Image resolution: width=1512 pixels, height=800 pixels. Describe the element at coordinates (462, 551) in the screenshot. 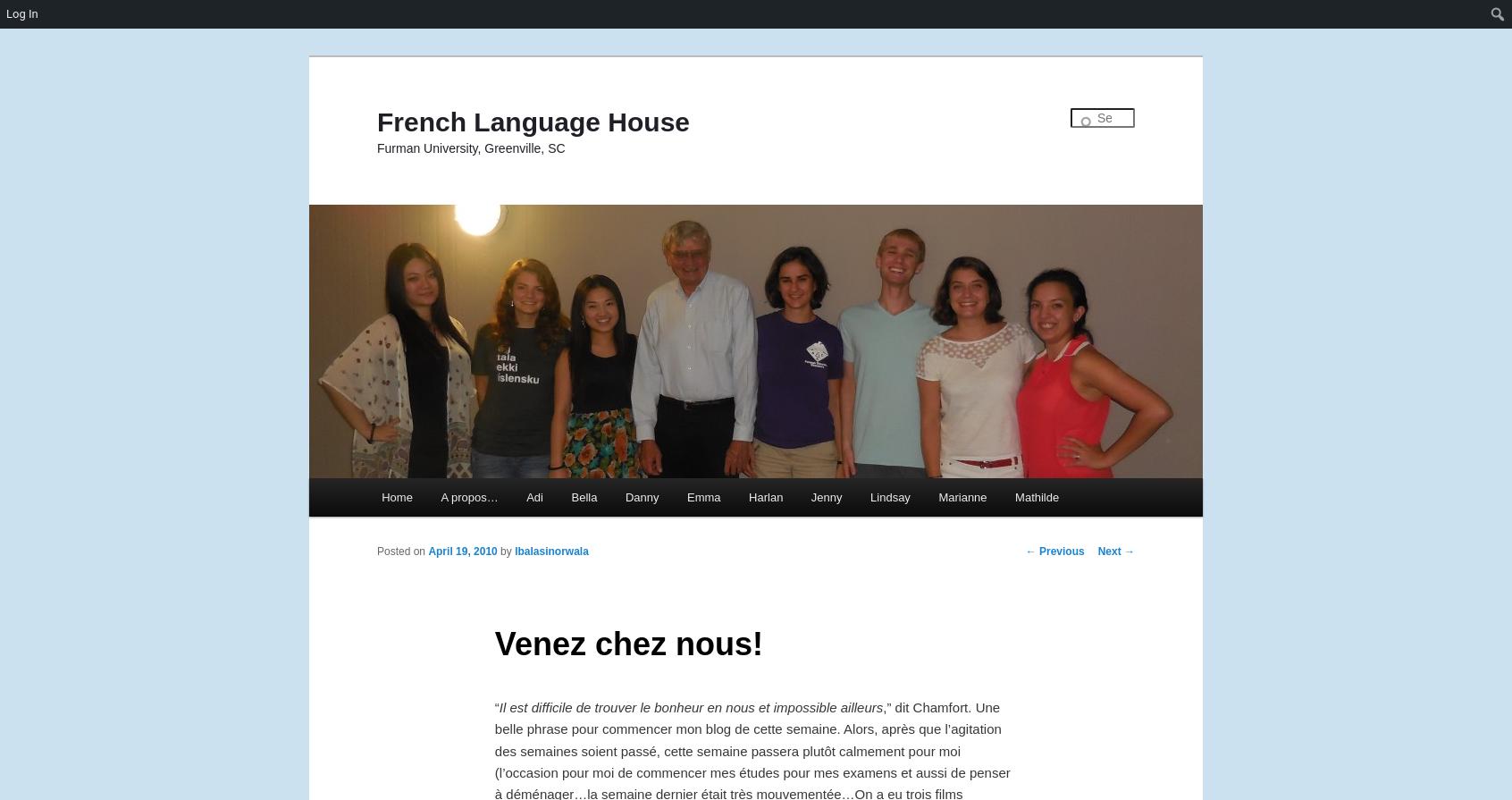

I see `'April 19, 2010'` at that location.